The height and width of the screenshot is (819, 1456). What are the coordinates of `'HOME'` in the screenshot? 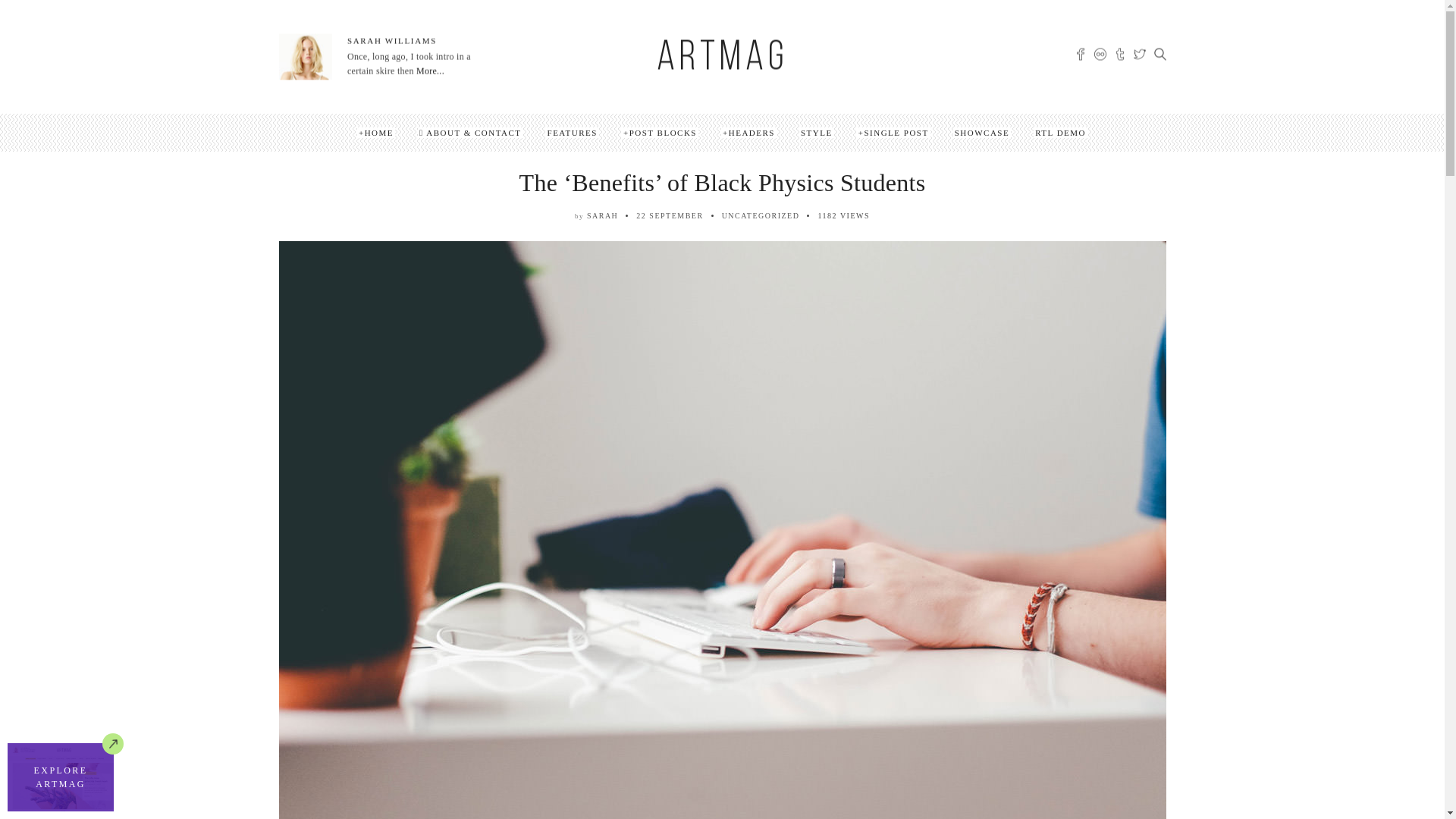 It's located at (375, 131).